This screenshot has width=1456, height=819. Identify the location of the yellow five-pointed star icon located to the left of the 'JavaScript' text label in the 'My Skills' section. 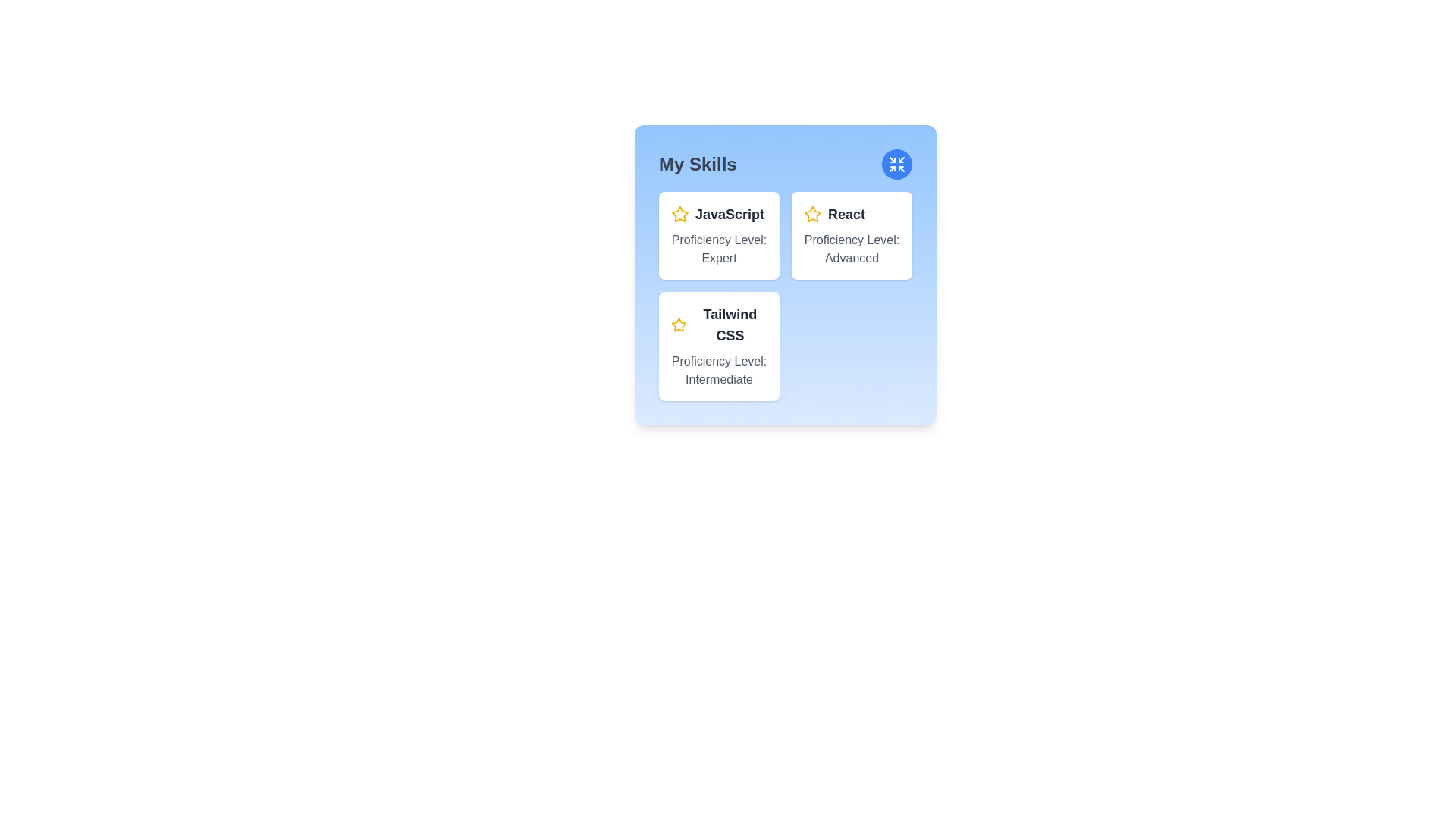
(678, 324).